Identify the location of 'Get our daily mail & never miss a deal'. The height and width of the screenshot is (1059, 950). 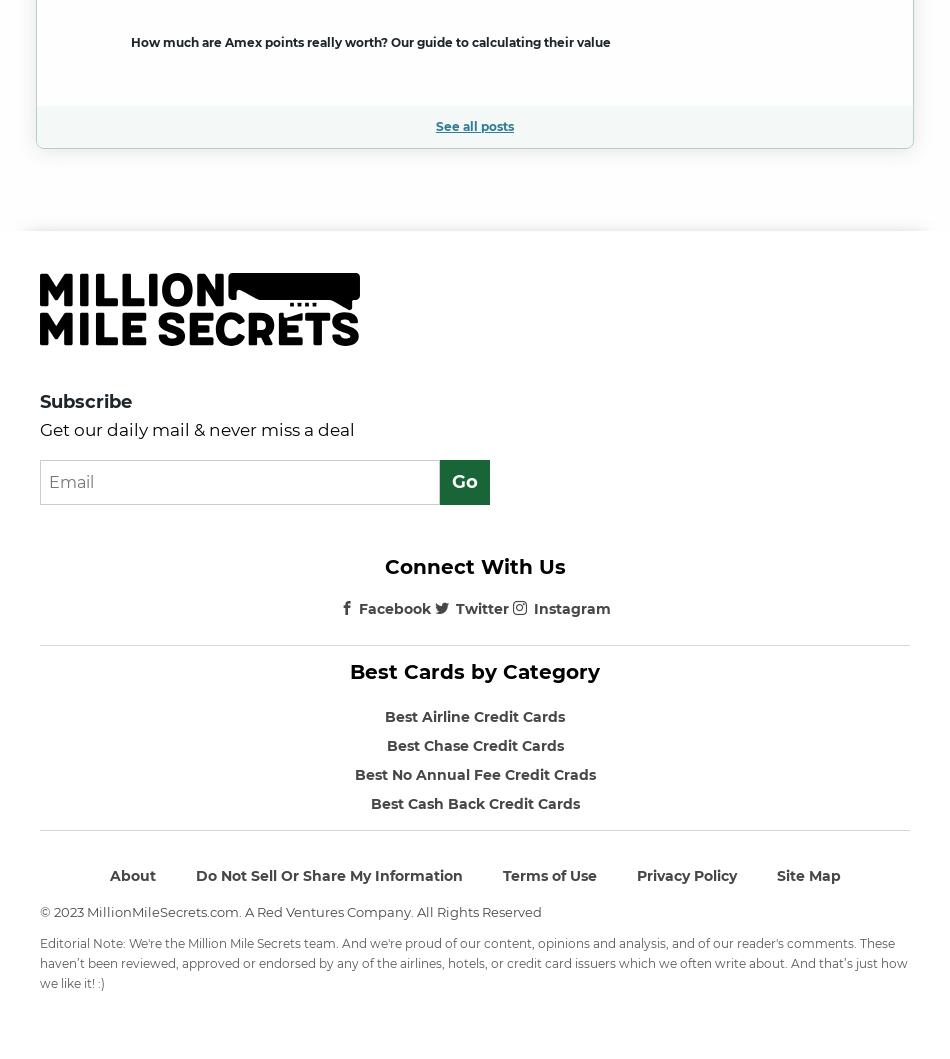
(197, 429).